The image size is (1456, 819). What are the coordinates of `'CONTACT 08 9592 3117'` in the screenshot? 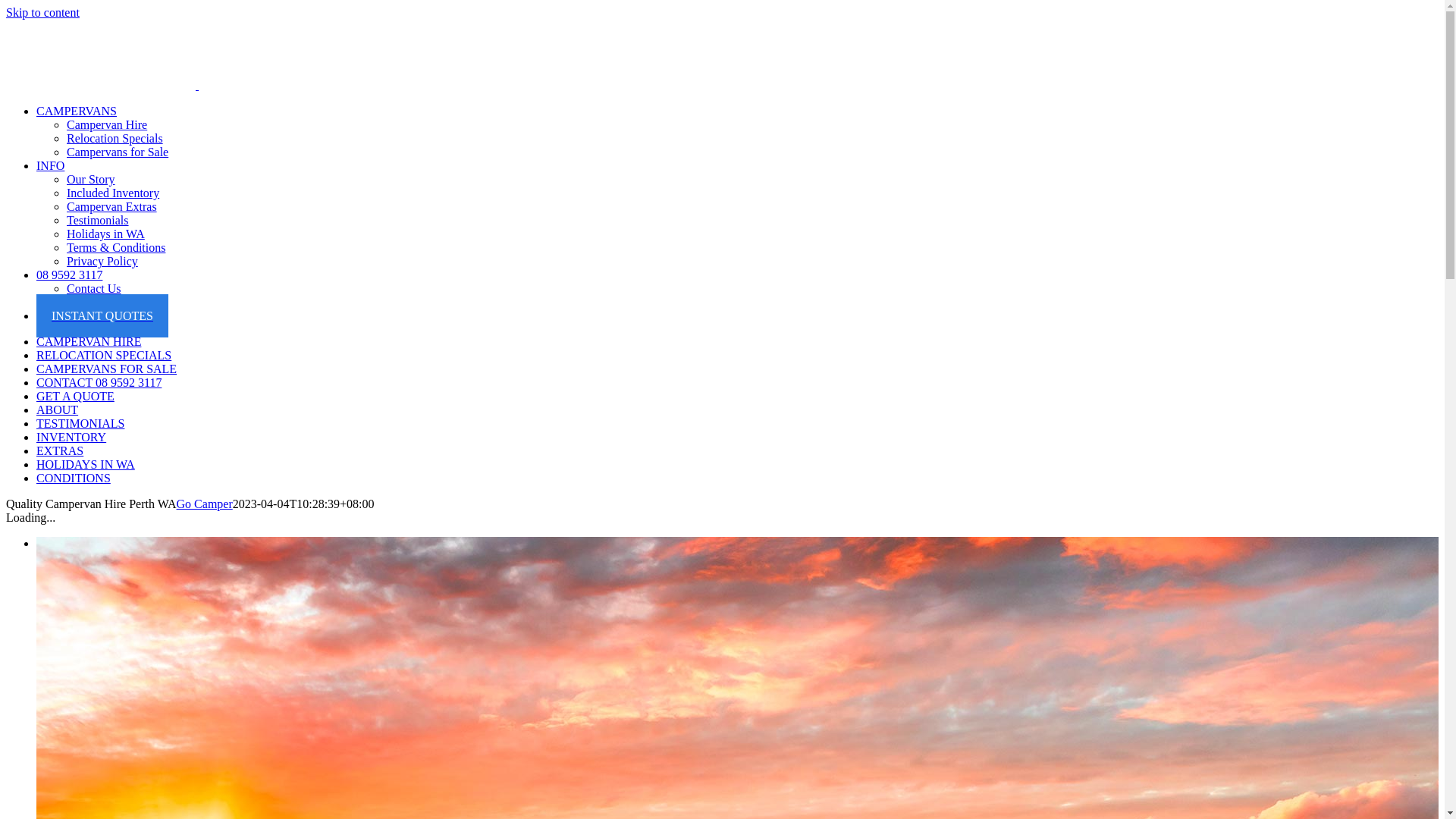 It's located at (98, 381).